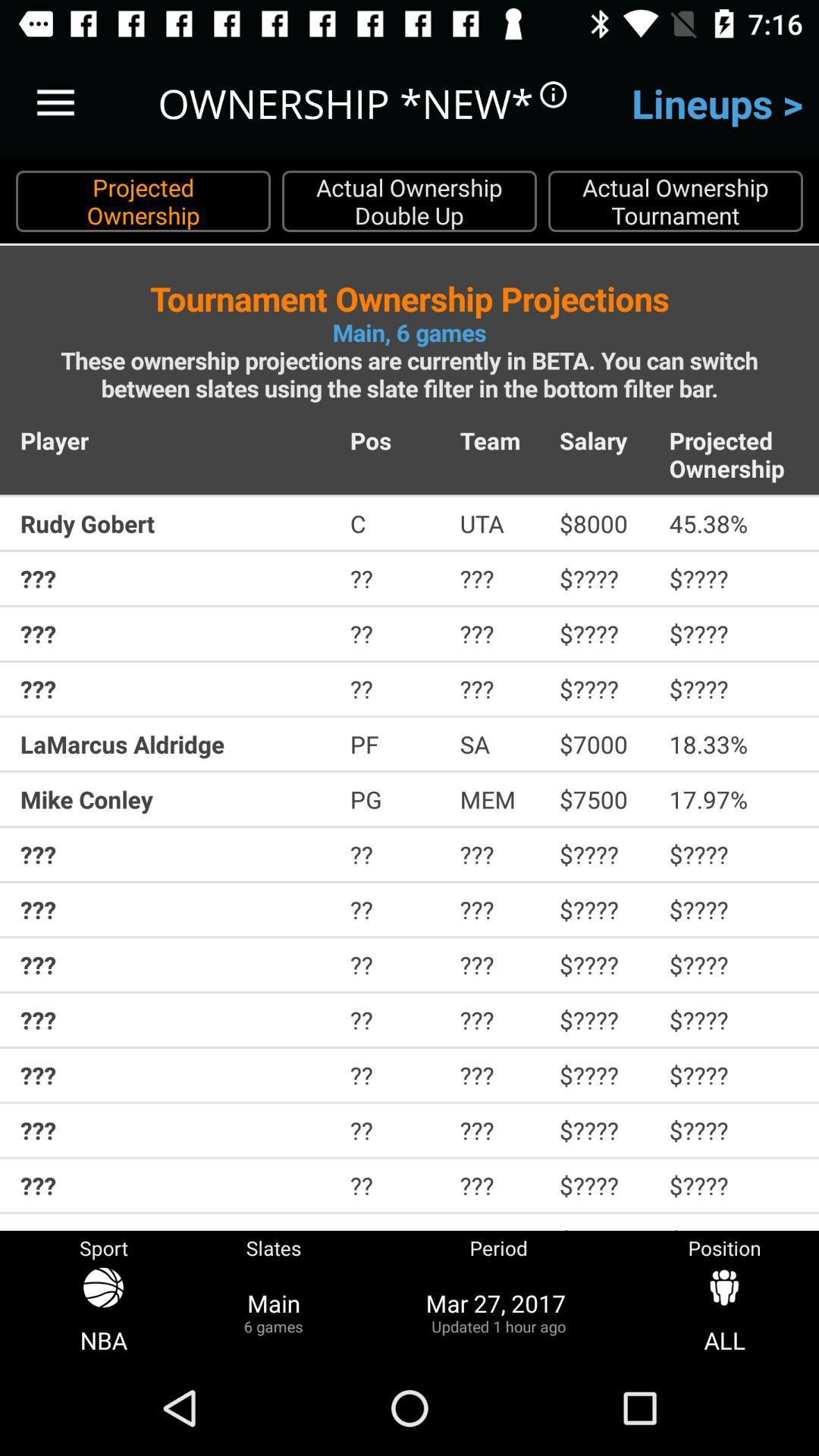 The height and width of the screenshot is (1456, 819). What do you see at coordinates (174, 799) in the screenshot?
I see `item to the left of the pg` at bounding box center [174, 799].